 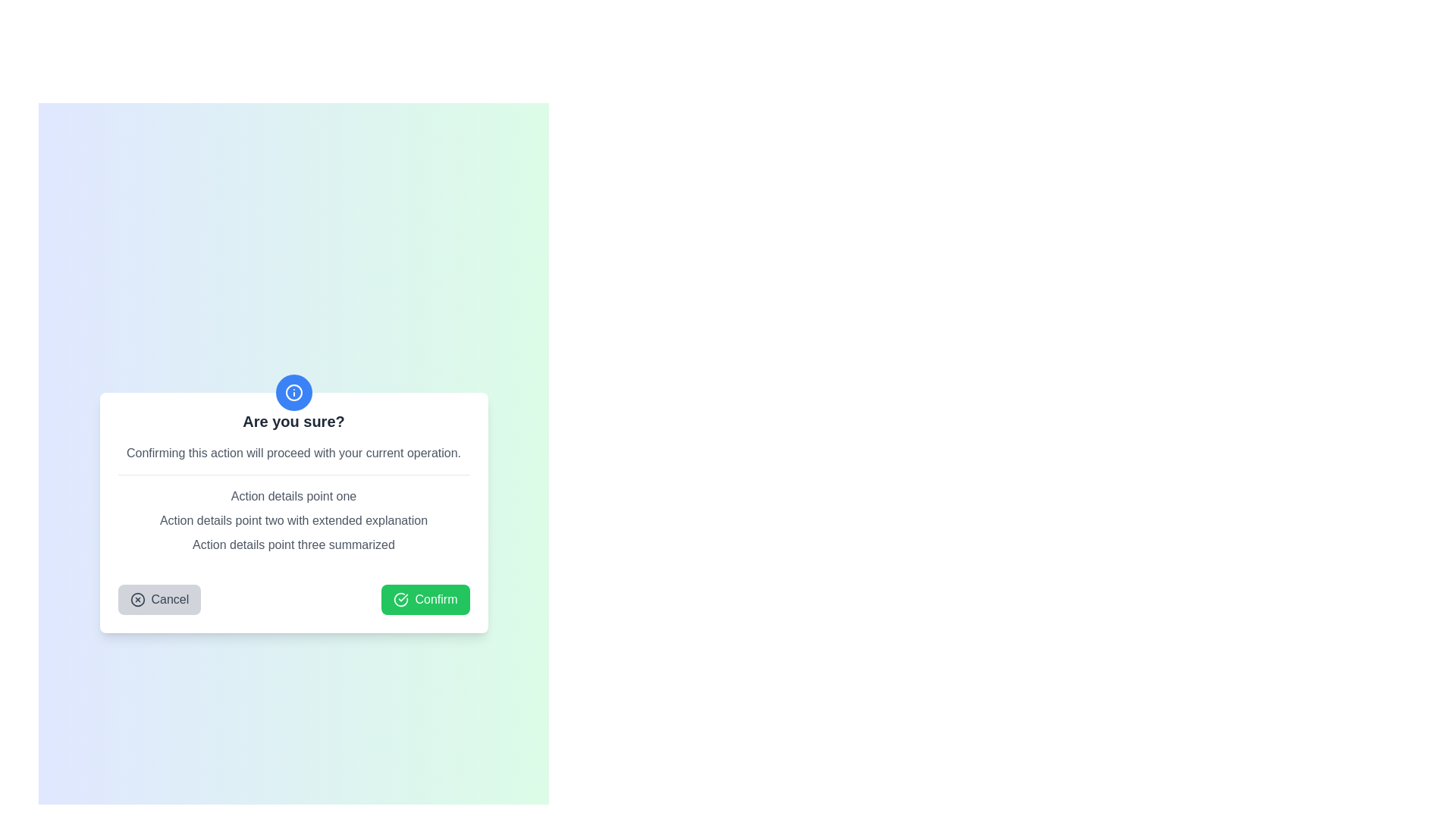 What do you see at coordinates (293, 519) in the screenshot?
I see `the information display text block located in the bottom half of the confirmation dialog, above the 'Cancel' and 'Confirm' buttons` at bounding box center [293, 519].